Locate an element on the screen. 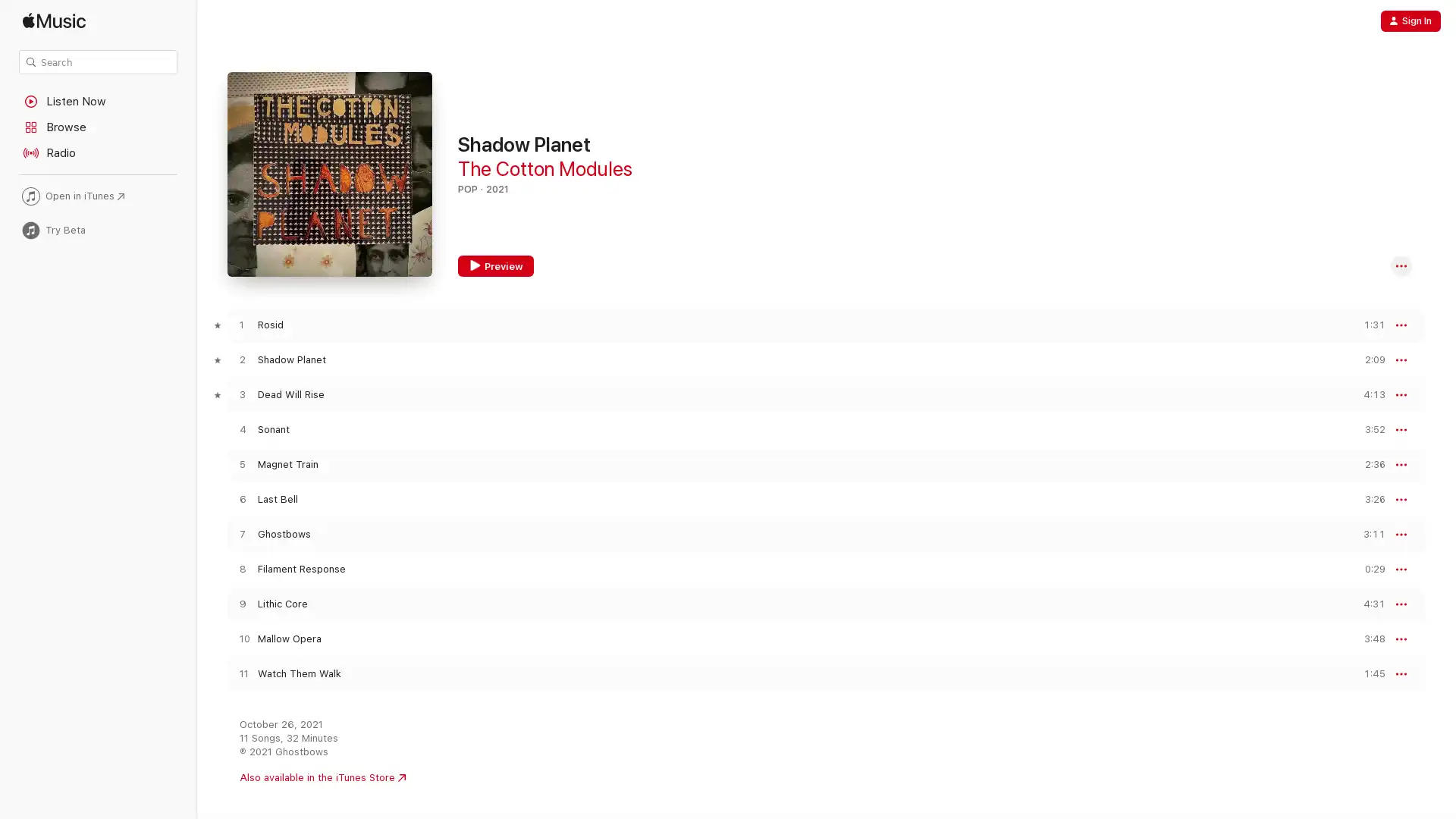 The width and height of the screenshot is (1456, 819). Play is located at coordinates (241, 533).